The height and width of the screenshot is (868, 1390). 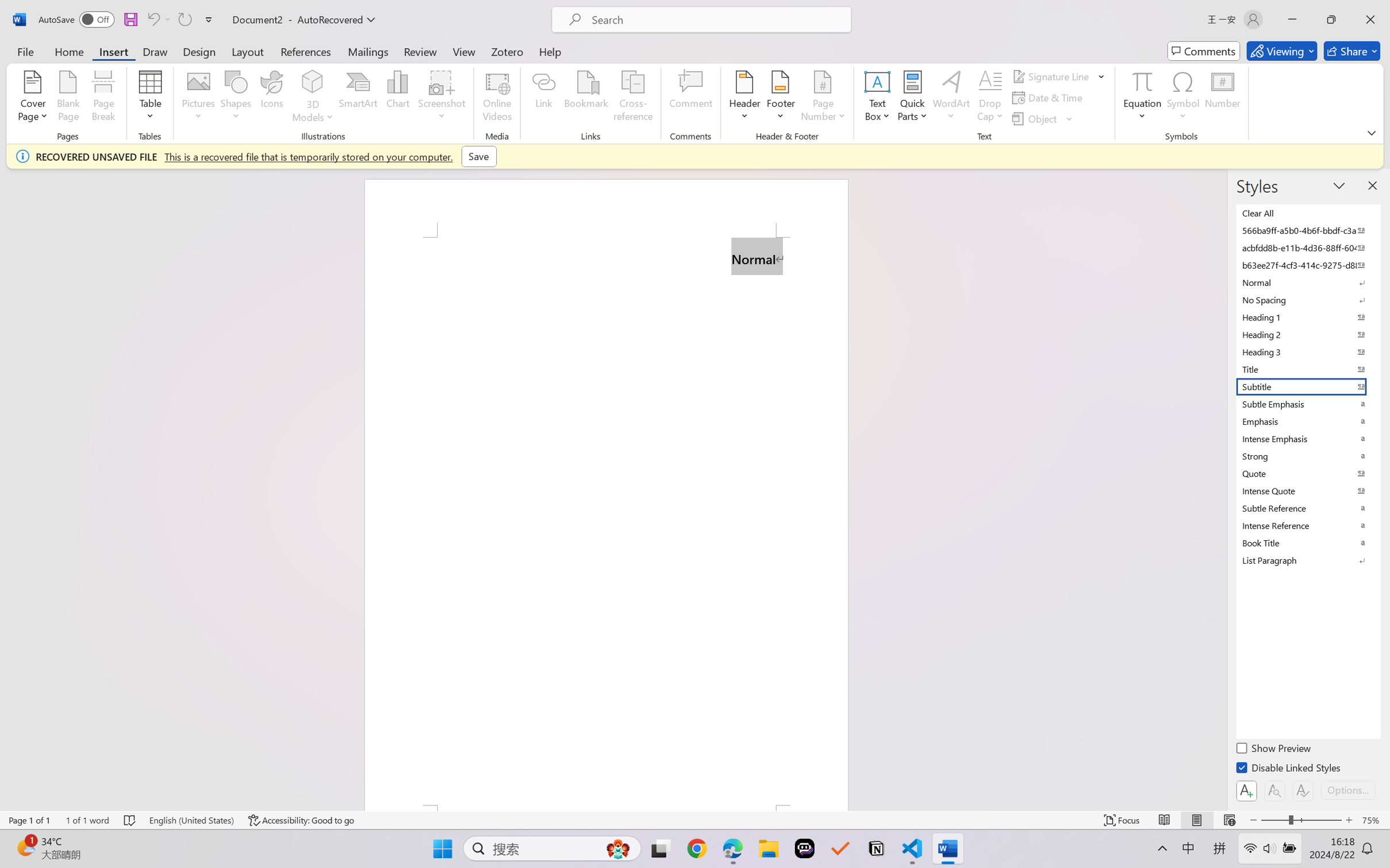 What do you see at coordinates (1307, 421) in the screenshot?
I see `'Emphasis'` at bounding box center [1307, 421].